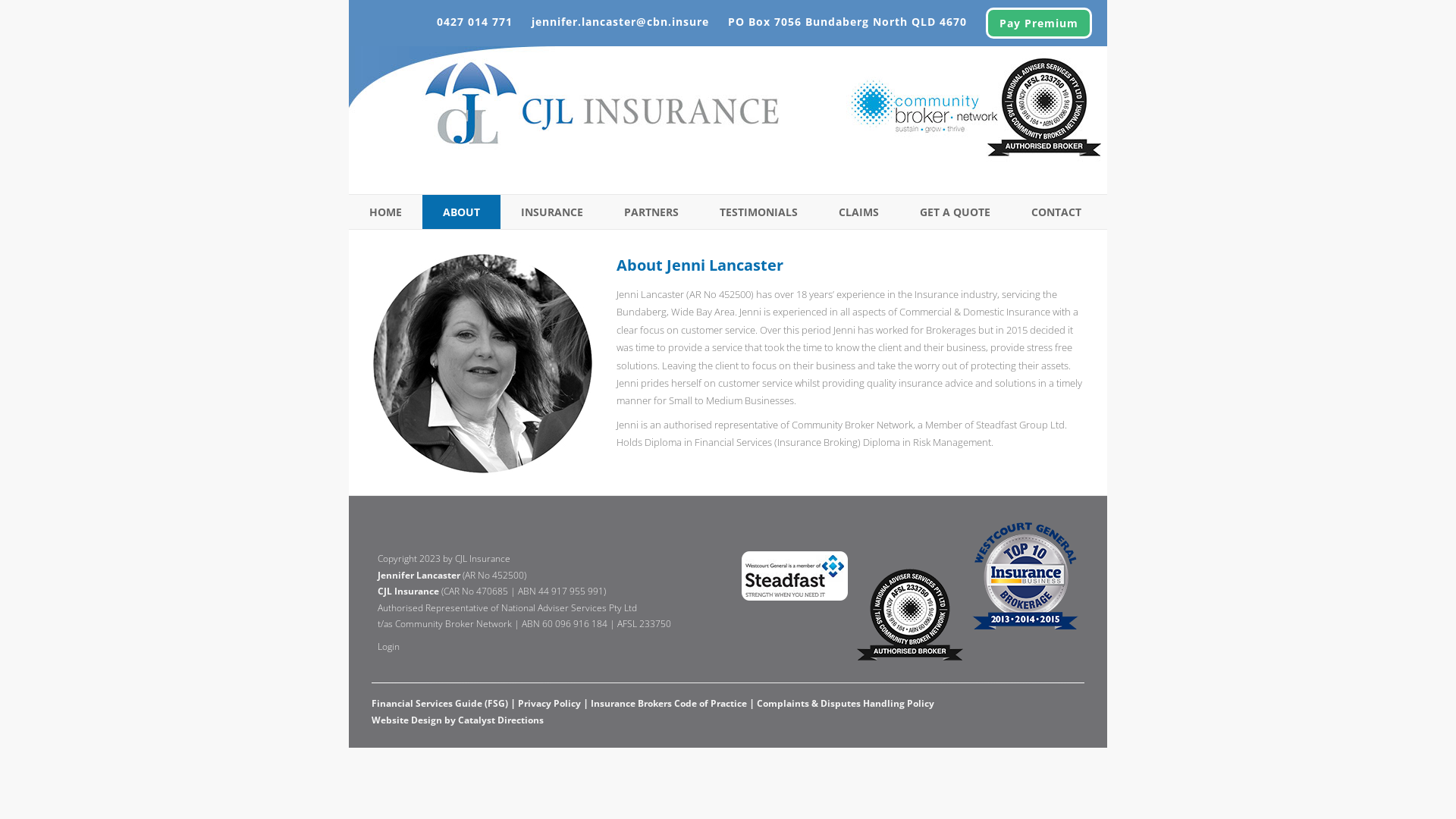  What do you see at coordinates (603, 212) in the screenshot?
I see `'PARTNERS'` at bounding box center [603, 212].